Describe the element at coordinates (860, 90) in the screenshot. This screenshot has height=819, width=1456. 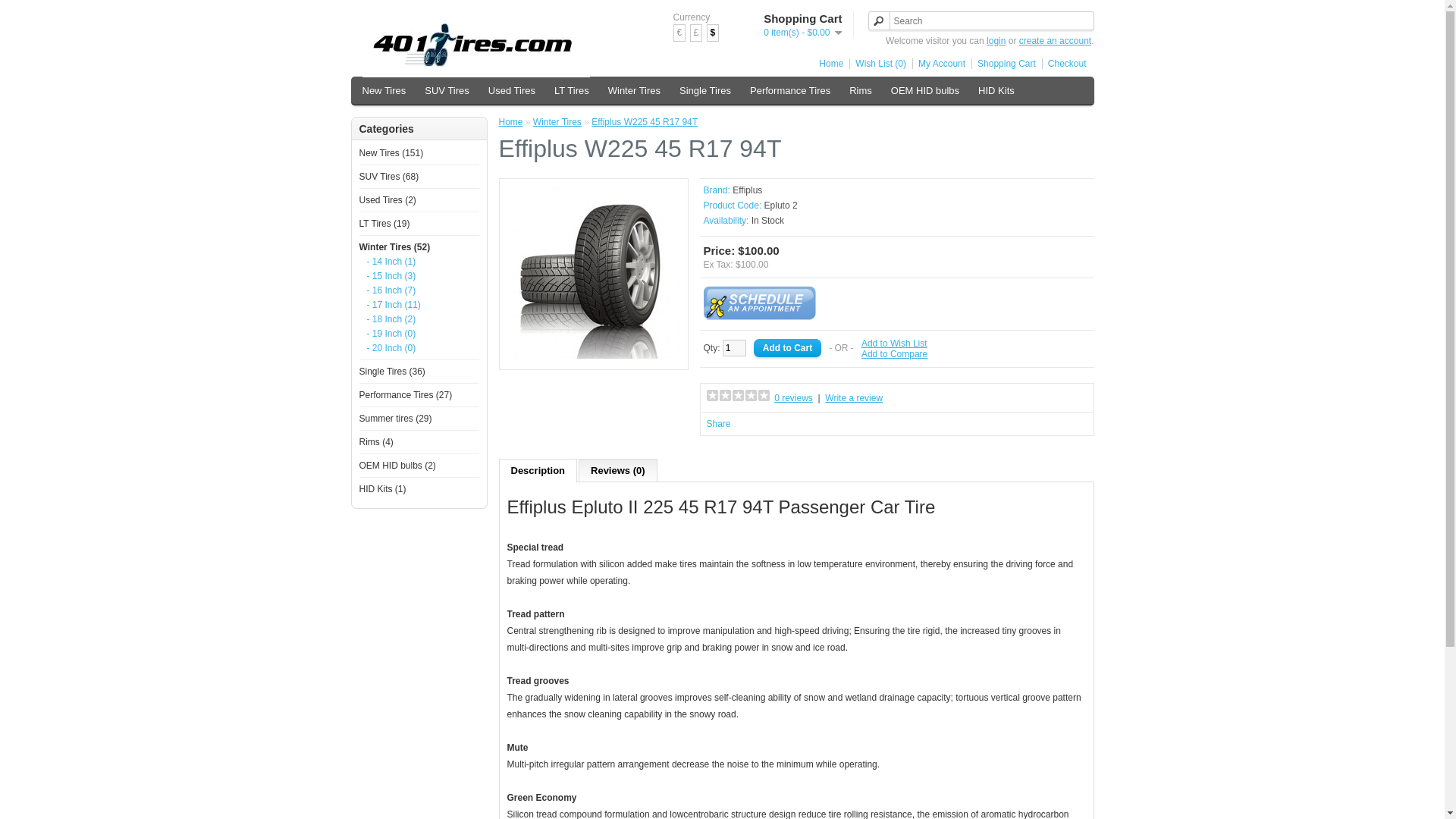
I see `'Rims'` at that location.